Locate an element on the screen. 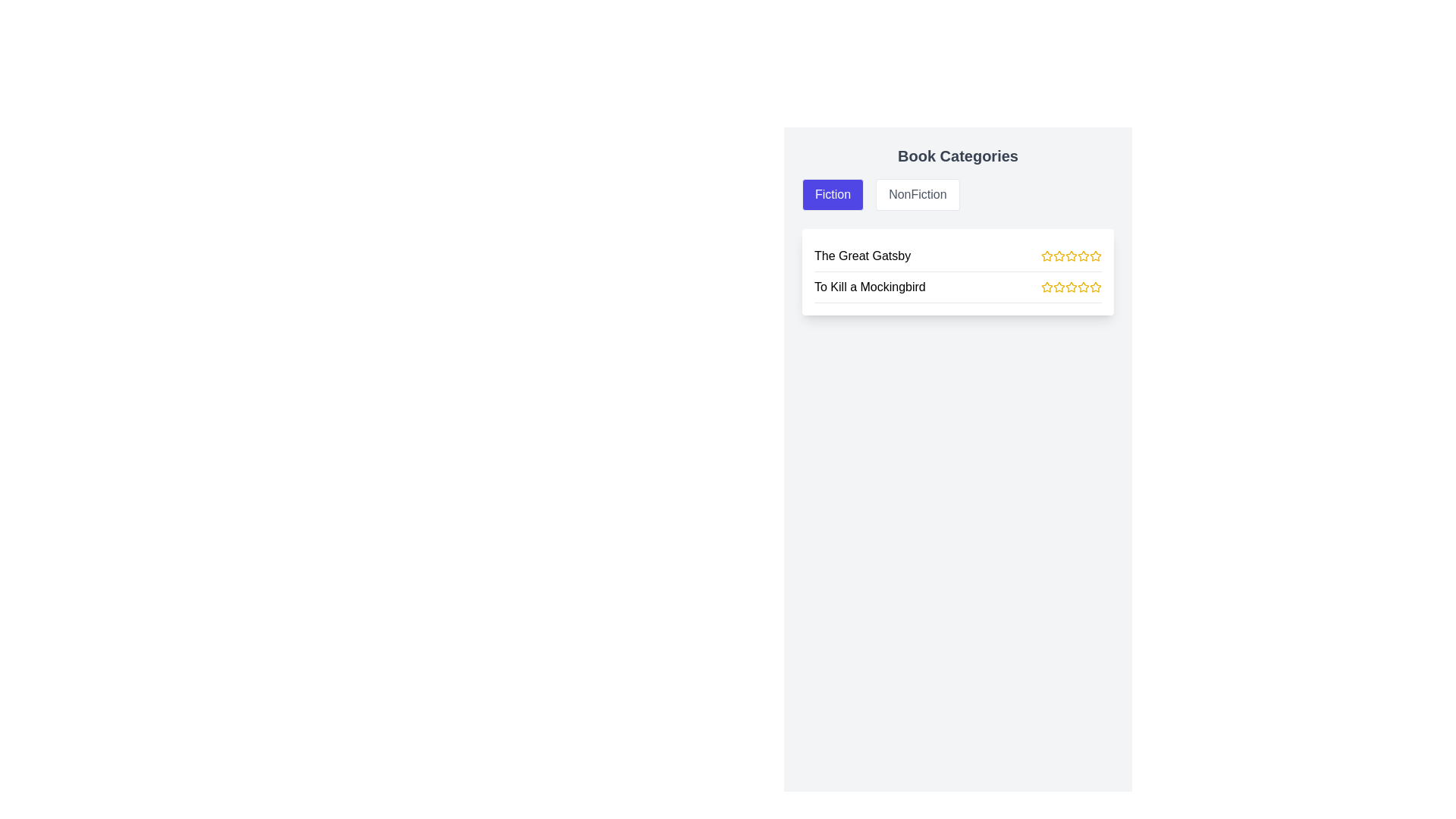  the fifth yellow star icon in the star rating component for the book 'To Kill a Mockingbird' below the title 'The Great Gatsby' is located at coordinates (1083, 287).